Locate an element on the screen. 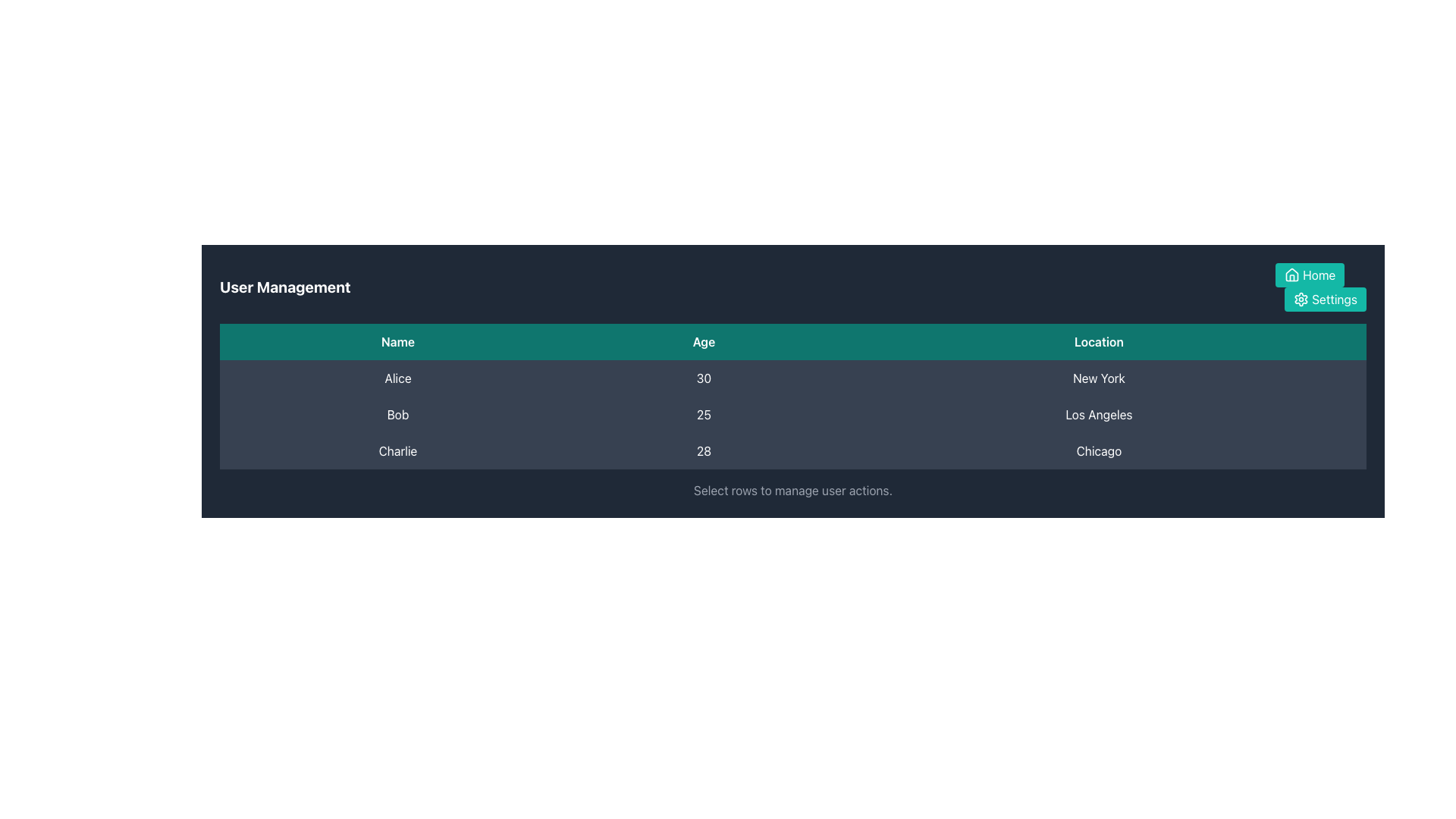 The image size is (1456, 819). the second row of the static table displaying user information for Bob, age 25, and location Los Angeles is located at coordinates (792, 415).